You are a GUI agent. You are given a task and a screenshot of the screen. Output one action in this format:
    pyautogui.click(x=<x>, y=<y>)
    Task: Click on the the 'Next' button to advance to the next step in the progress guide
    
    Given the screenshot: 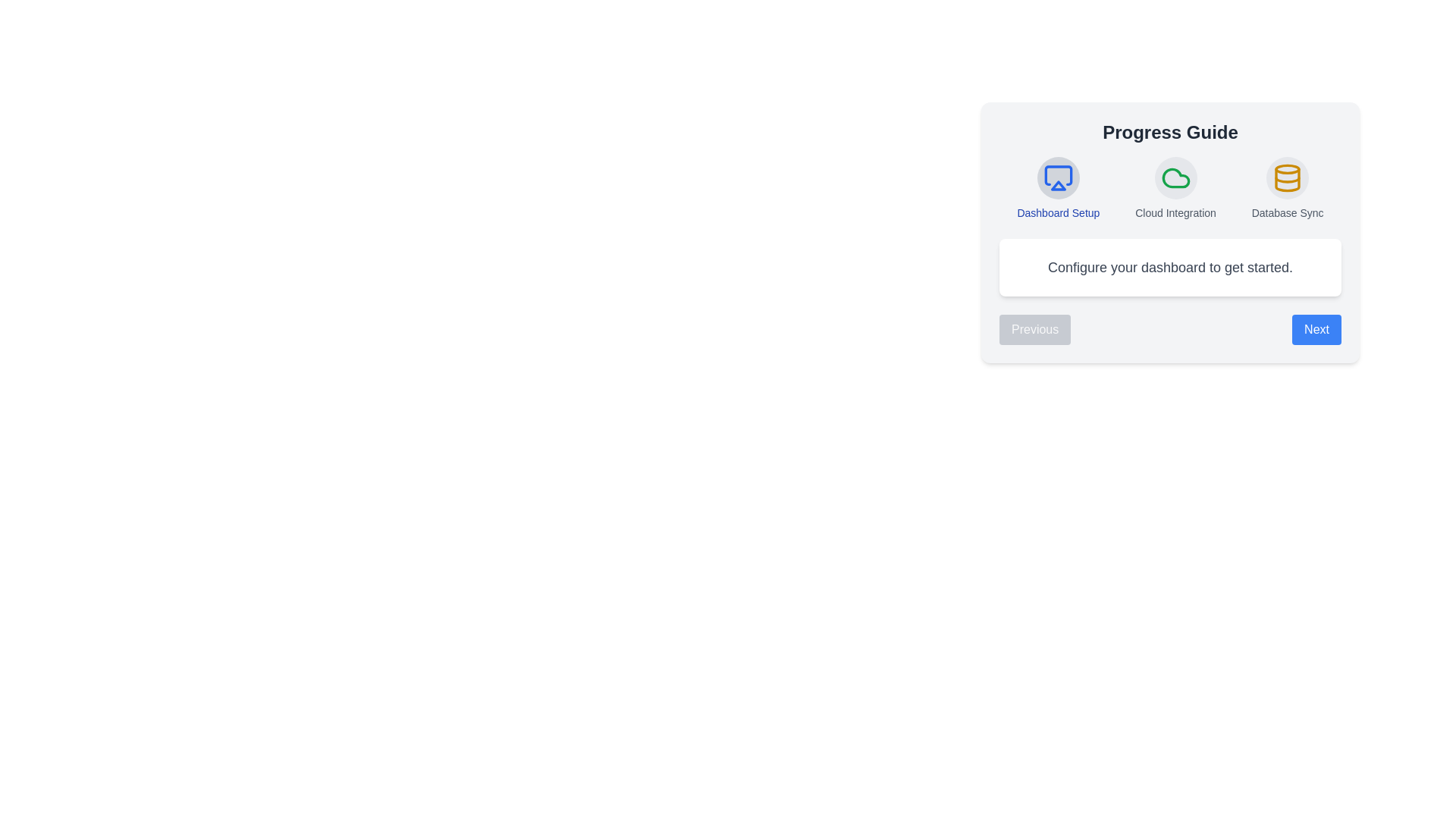 What is the action you would take?
    pyautogui.click(x=1316, y=329)
    